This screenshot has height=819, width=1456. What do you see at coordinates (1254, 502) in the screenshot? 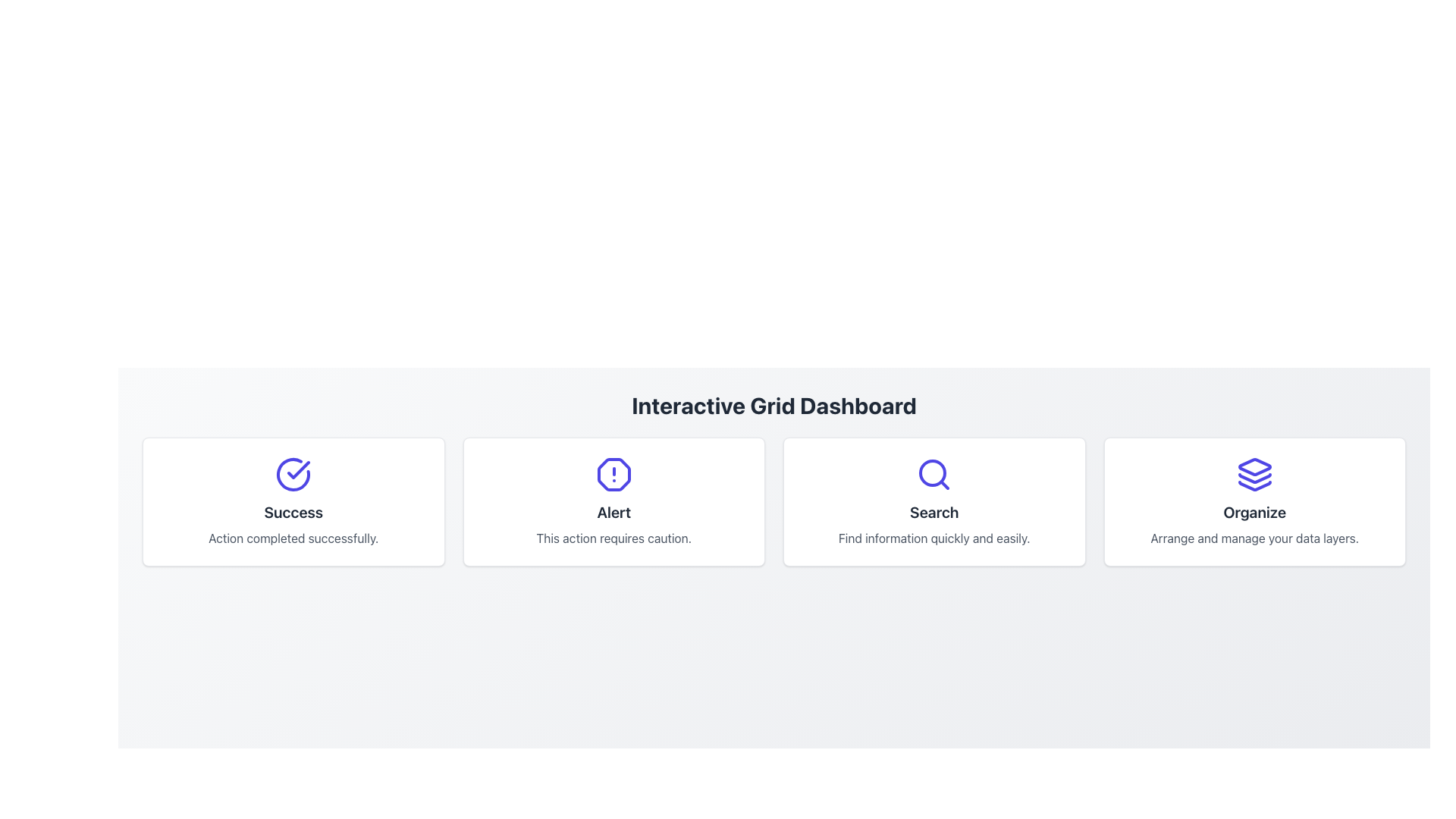
I see `the Informational Card that communicates the feature 'Organize', which is located at the rightmost position in a grid layout of four cards` at bounding box center [1254, 502].